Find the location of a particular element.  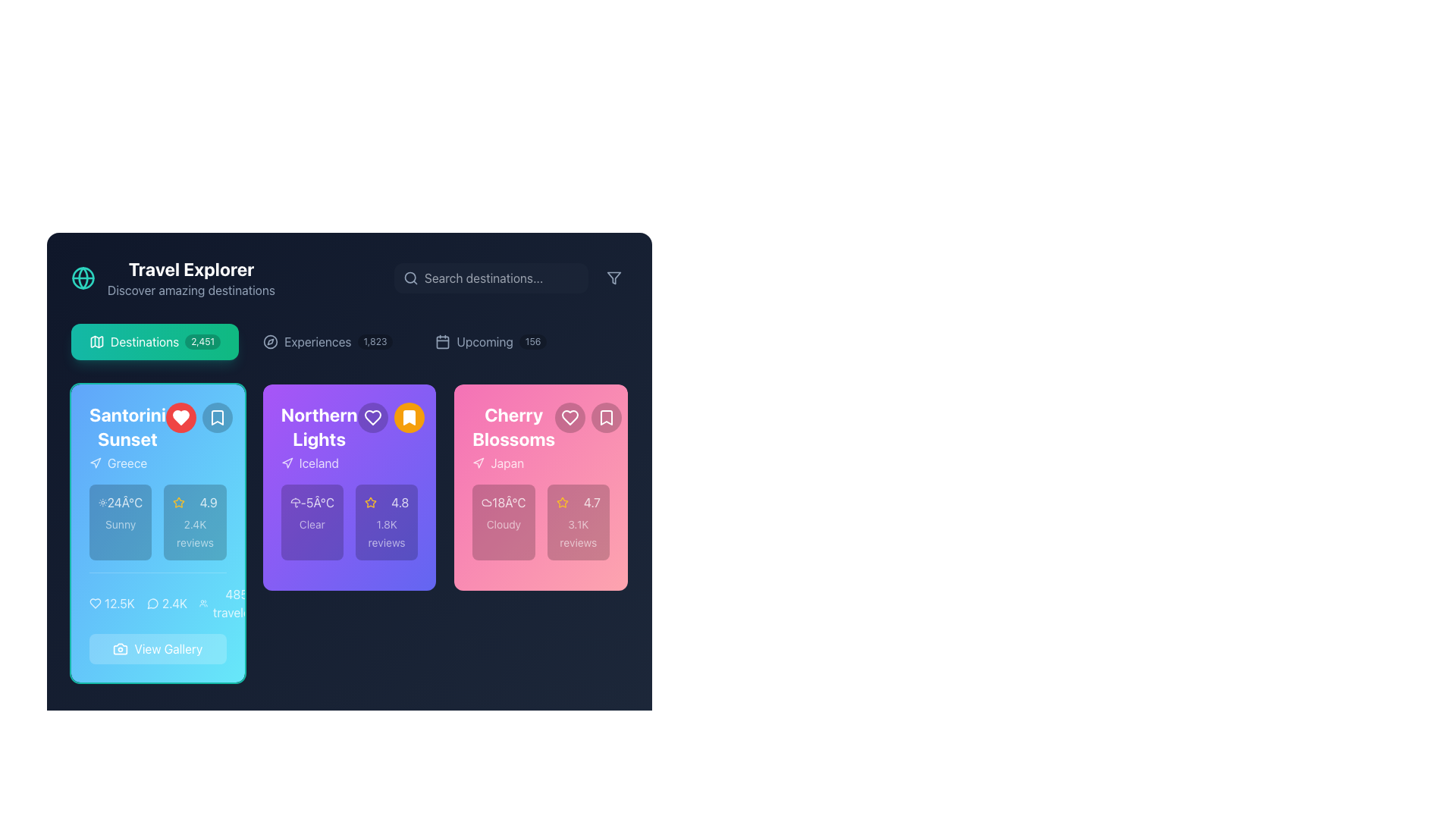

the Badge indicating the count of items in the 'Upcoming' section located to the right of the 'Upcoming' text in the navigation bar is located at coordinates (533, 342).